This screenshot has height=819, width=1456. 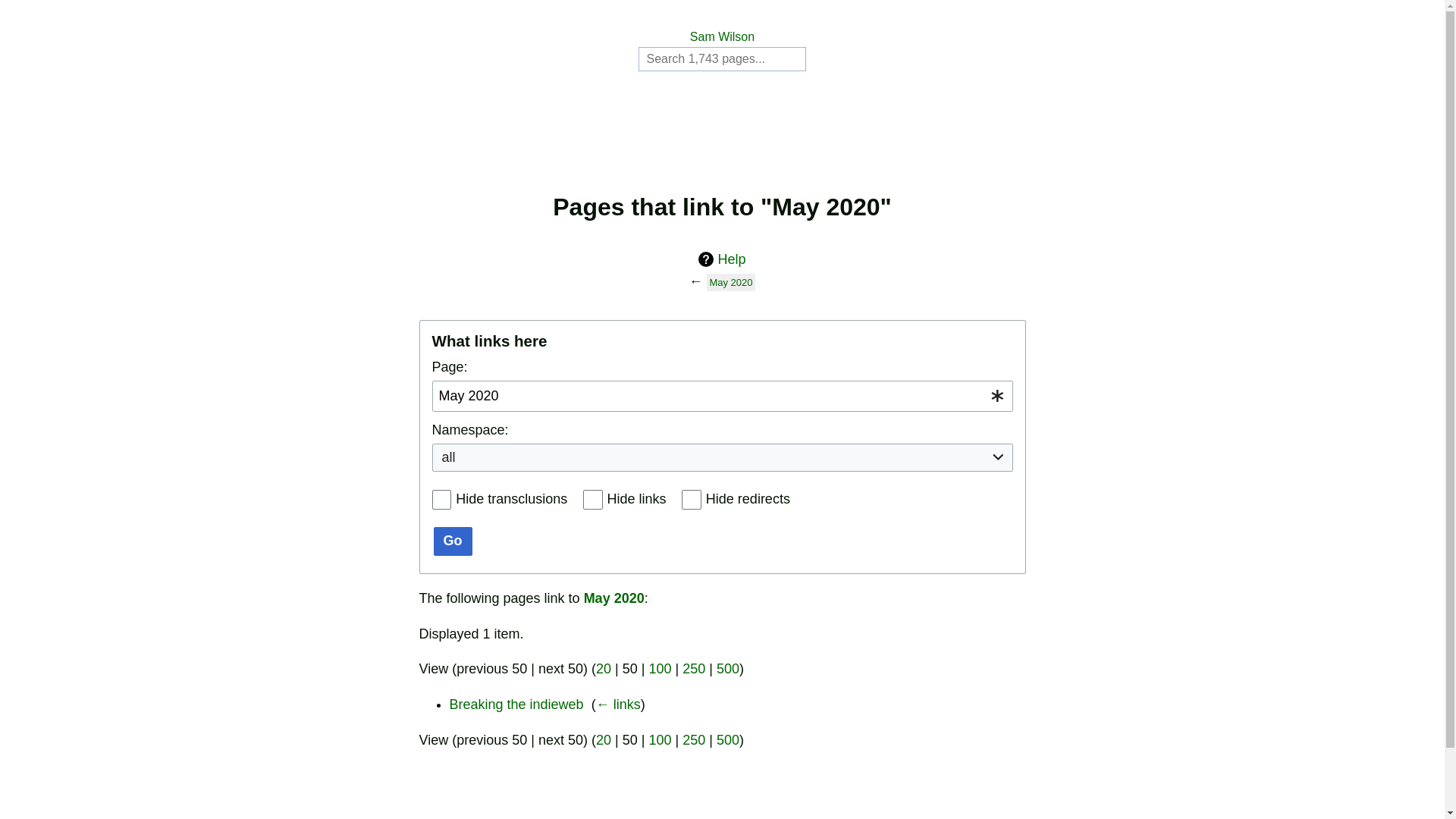 I want to click on 'Go', so click(x=452, y=540).